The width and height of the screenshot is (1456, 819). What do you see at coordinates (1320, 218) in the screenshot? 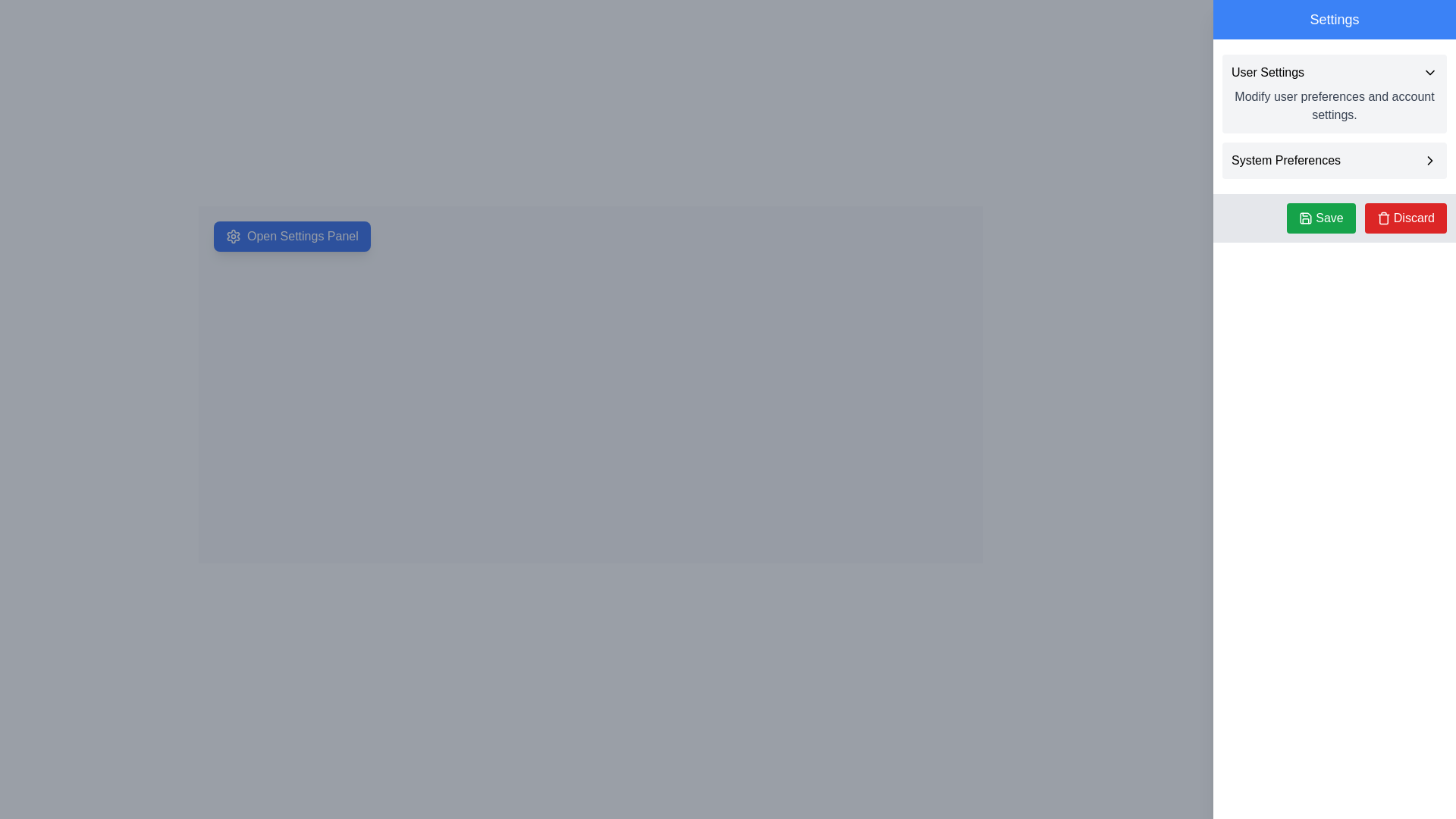
I see `the save button` at bounding box center [1320, 218].